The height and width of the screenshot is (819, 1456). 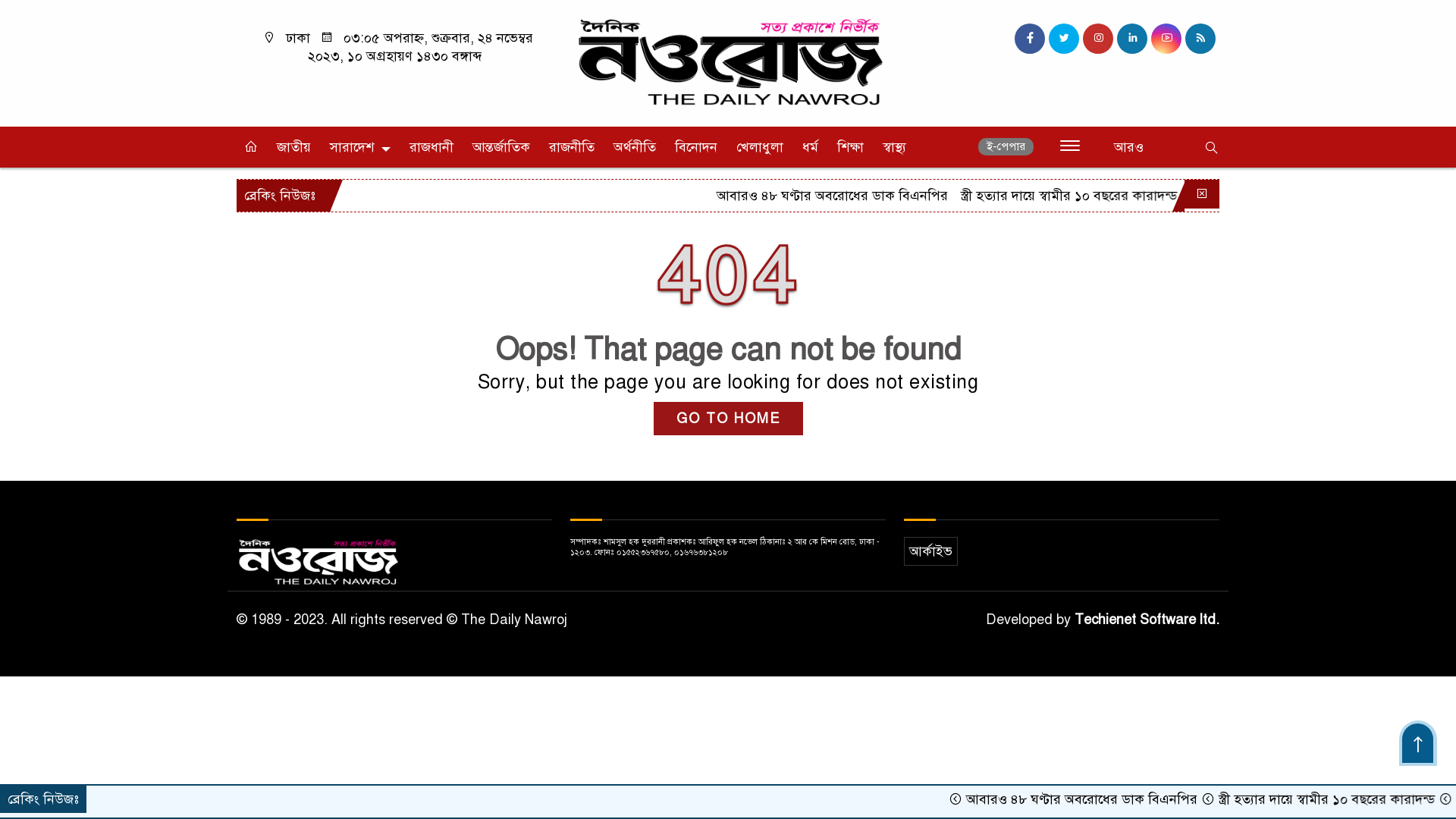 I want to click on 'GO TO HOME', so click(x=654, y=418).